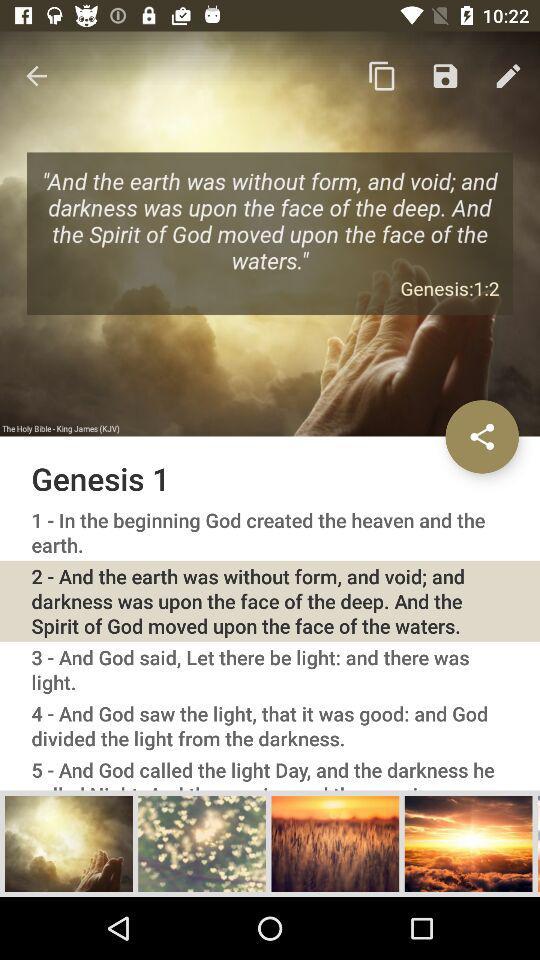 This screenshot has width=540, height=960. What do you see at coordinates (68, 842) in the screenshot?
I see `item at the bottom left corner` at bounding box center [68, 842].